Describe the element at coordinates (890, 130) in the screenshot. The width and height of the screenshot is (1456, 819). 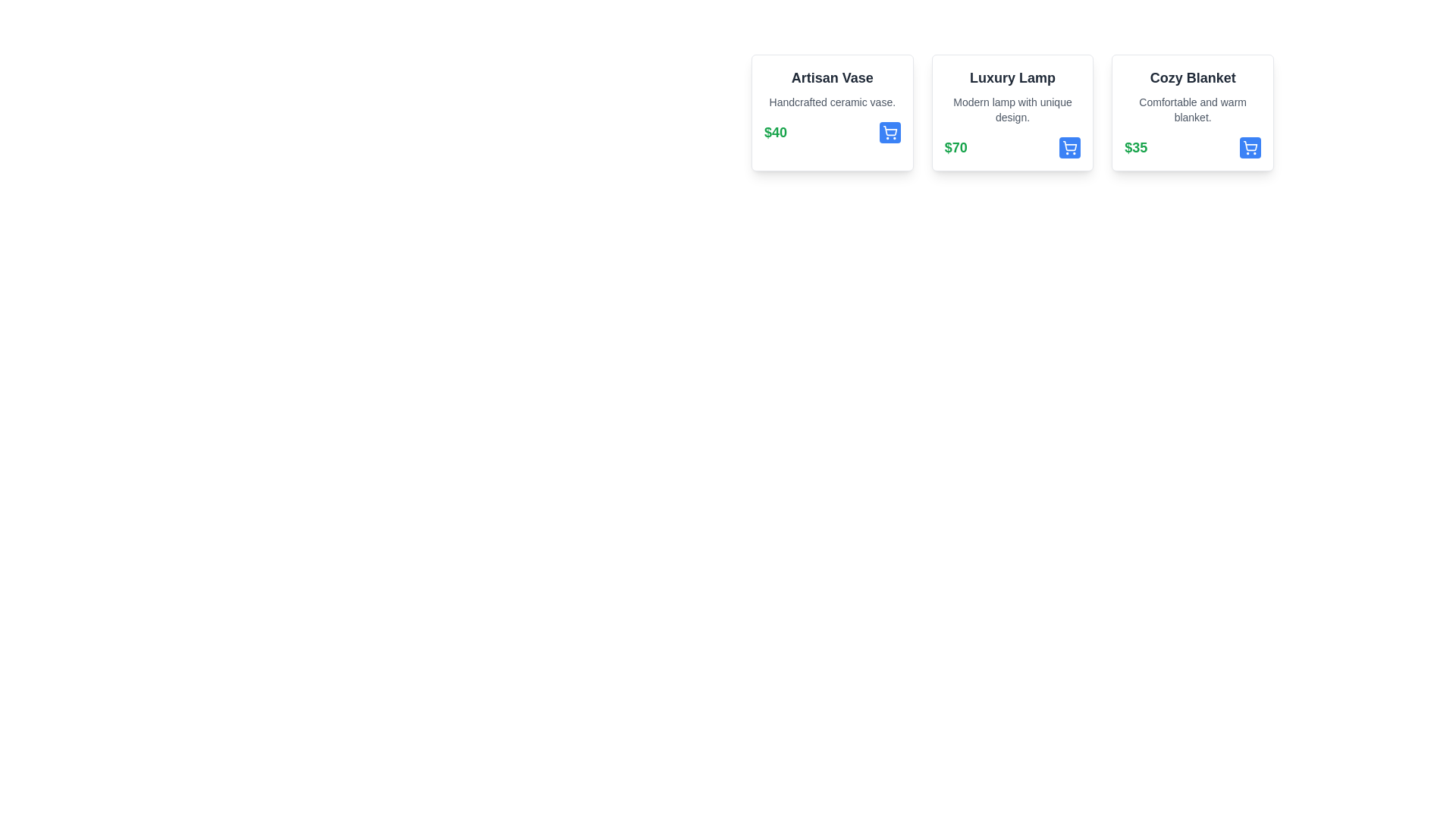
I see `the shopping cart icon vector graphic that represents adding a product to the cart, located in the Artisan Vase card, adjacent to the price label` at that location.